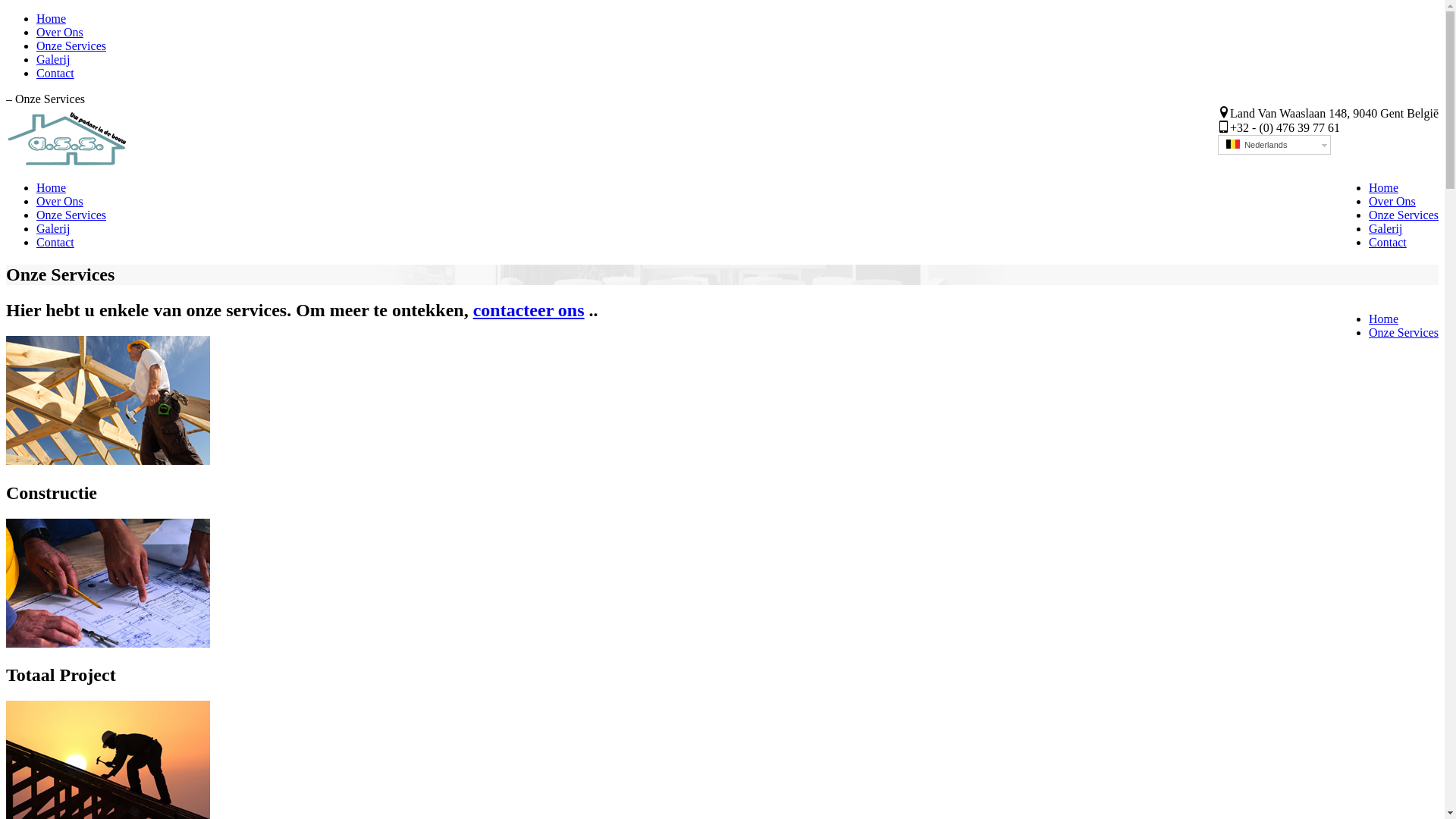  Describe the element at coordinates (1403, 215) in the screenshot. I see `'Onze Services'` at that location.